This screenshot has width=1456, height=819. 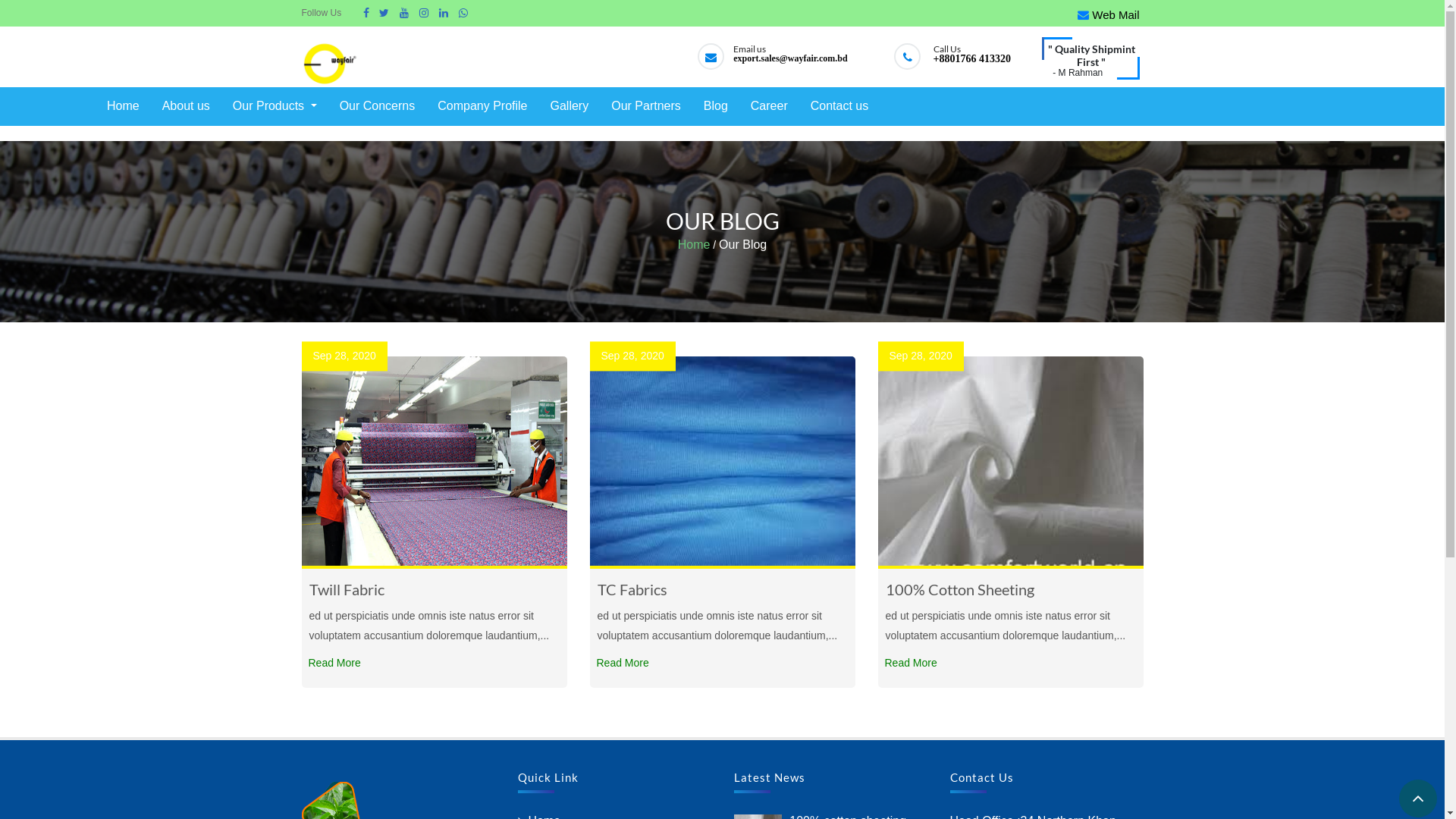 What do you see at coordinates (568, 105) in the screenshot?
I see `'Gallery'` at bounding box center [568, 105].